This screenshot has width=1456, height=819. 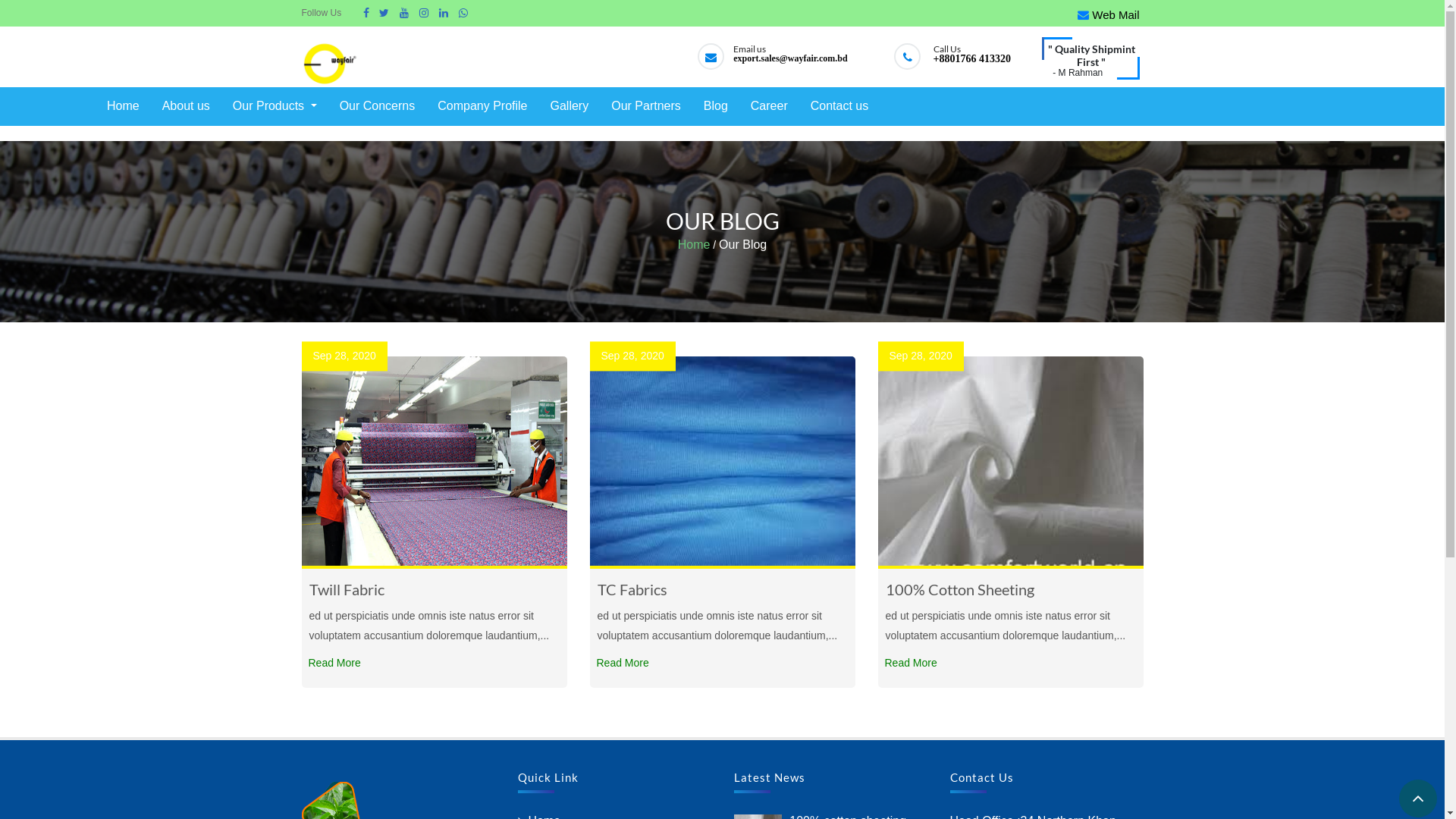 What do you see at coordinates (568, 105) in the screenshot?
I see `'Gallery'` at bounding box center [568, 105].